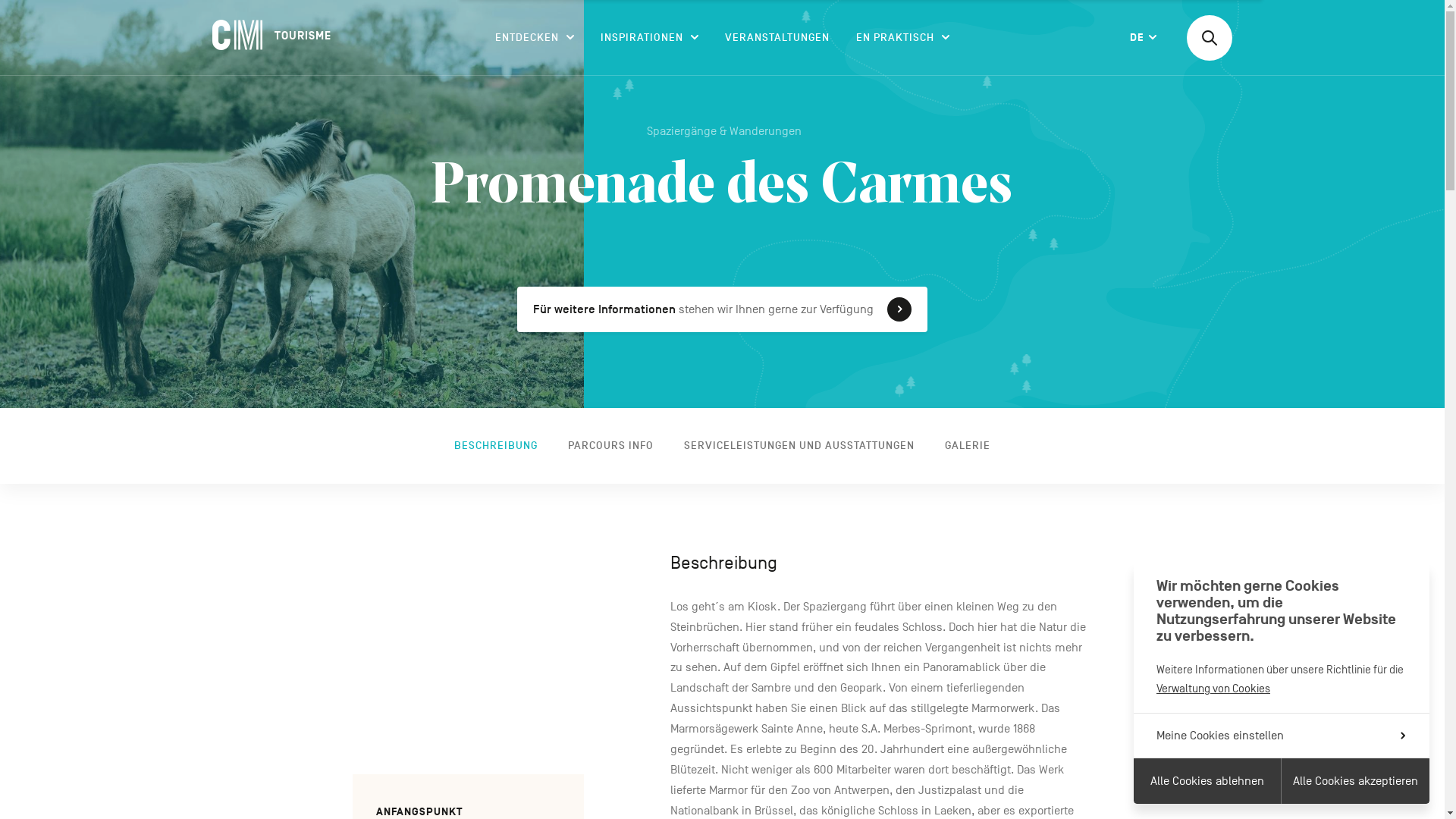 Image resolution: width=1456 pixels, height=819 pixels. What do you see at coordinates (902, 37) in the screenshot?
I see `'EN PRAKTISCH'` at bounding box center [902, 37].